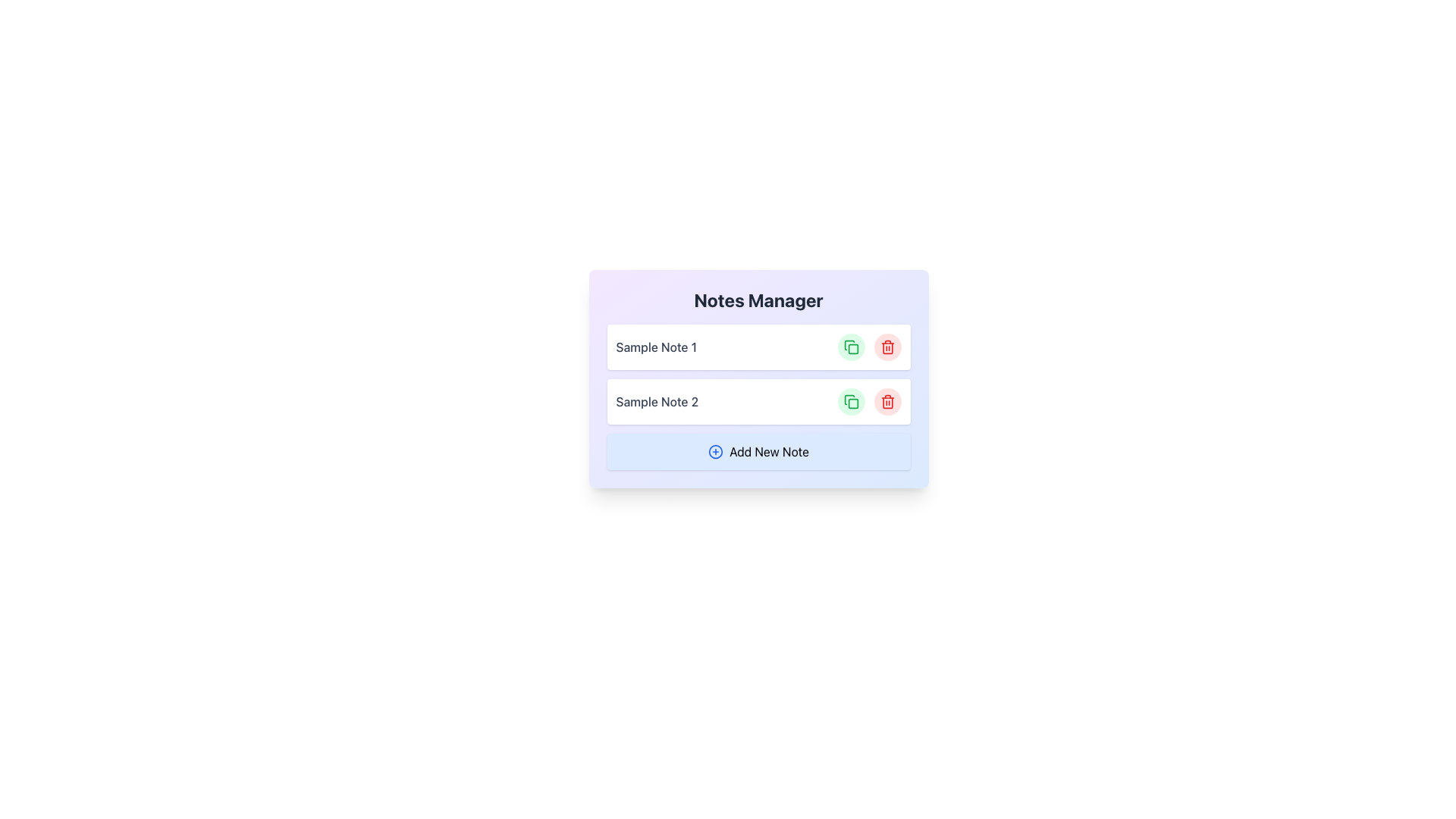 This screenshot has width=1456, height=819. What do you see at coordinates (656, 347) in the screenshot?
I see `the text label that serves as the name for the first note in the Notes Manager, positioned on the left side of the card, to the left of the copy and delete icons` at bounding box center [656, 347].